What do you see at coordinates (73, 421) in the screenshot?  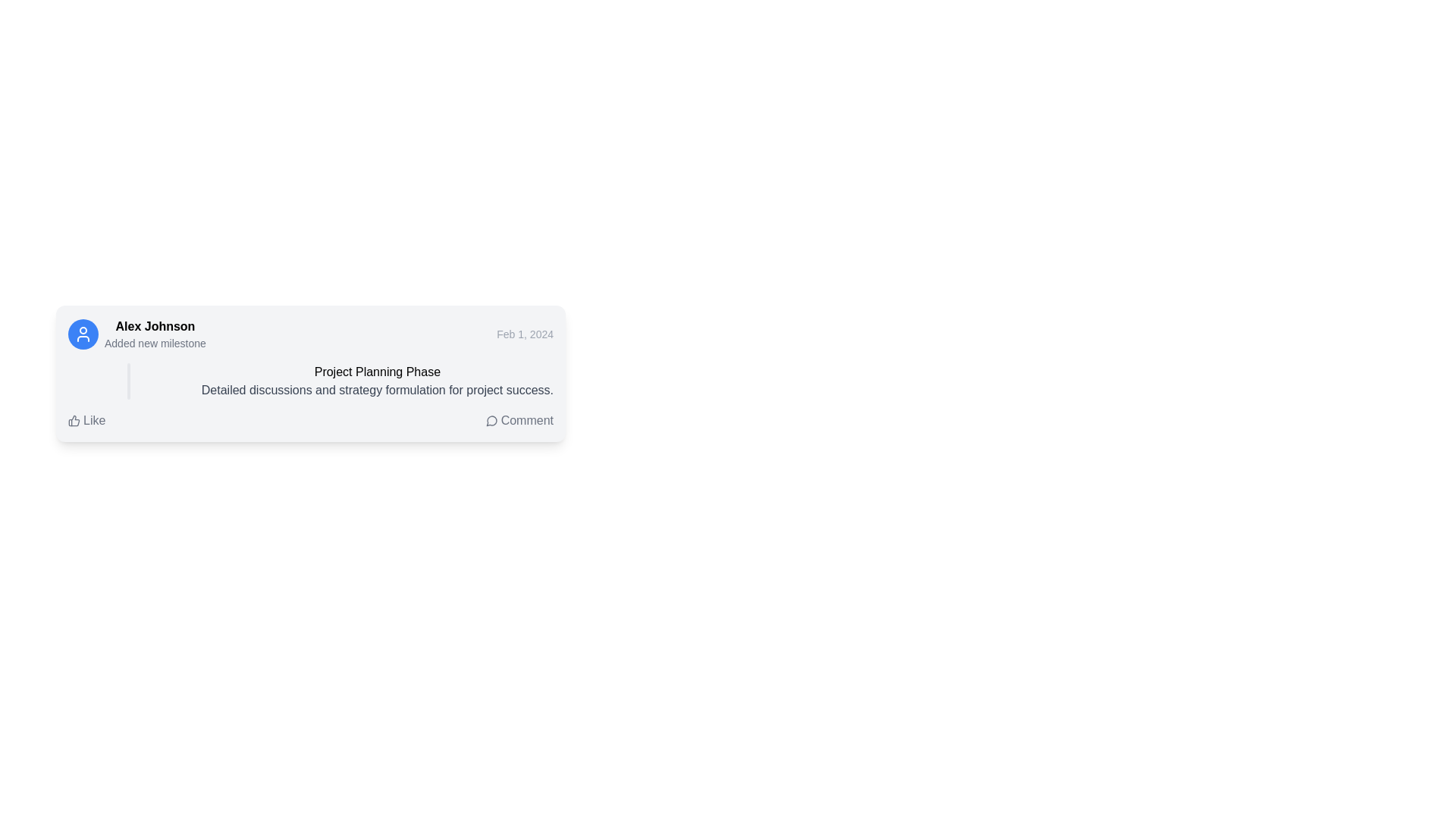 I see `the 'Like' button icon located in the lower-left corner of the card component` at bounding box center [73, 421].